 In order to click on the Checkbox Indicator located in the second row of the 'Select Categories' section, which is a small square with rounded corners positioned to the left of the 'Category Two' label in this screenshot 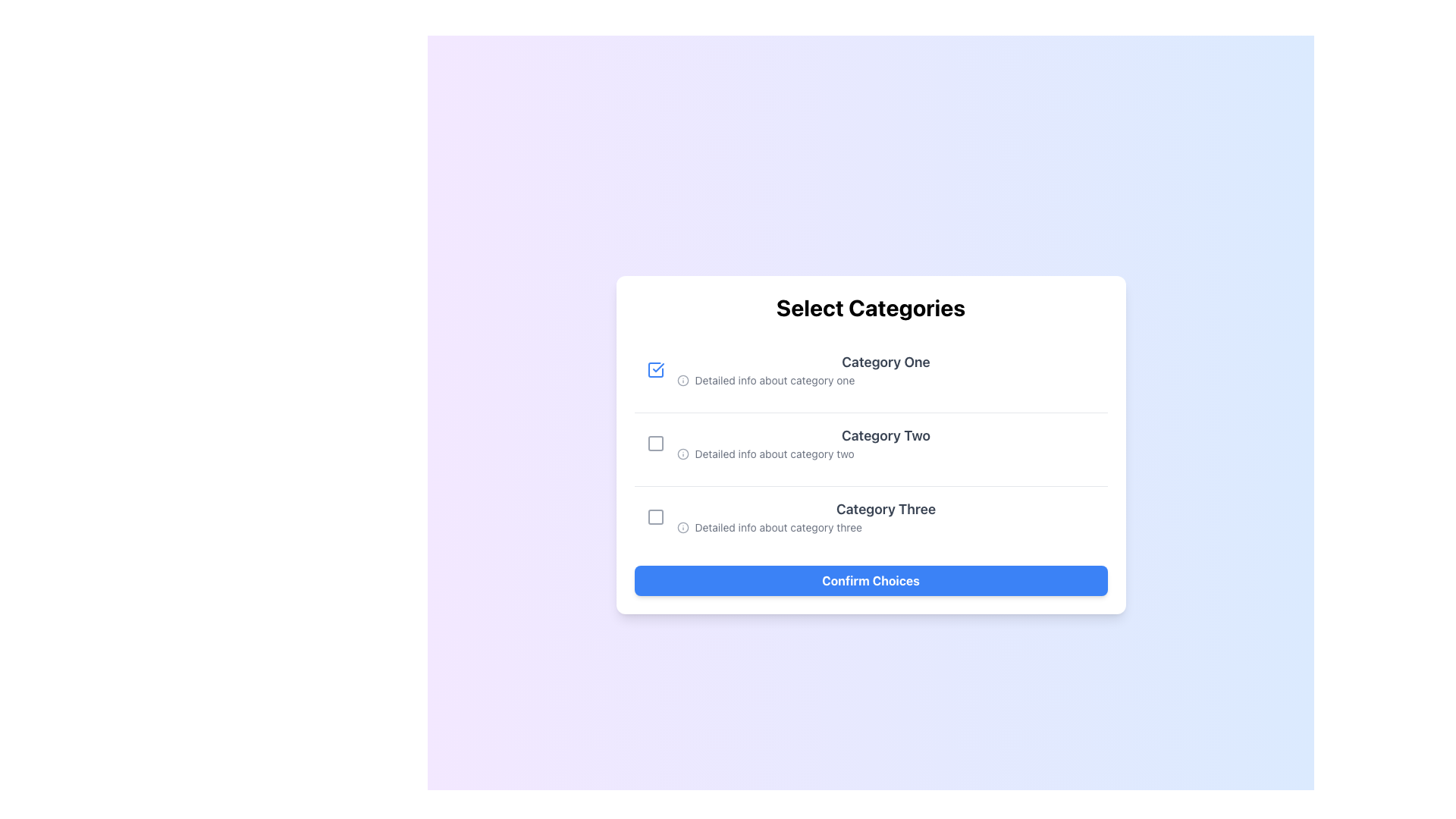, I will do `click(655, 444)`.